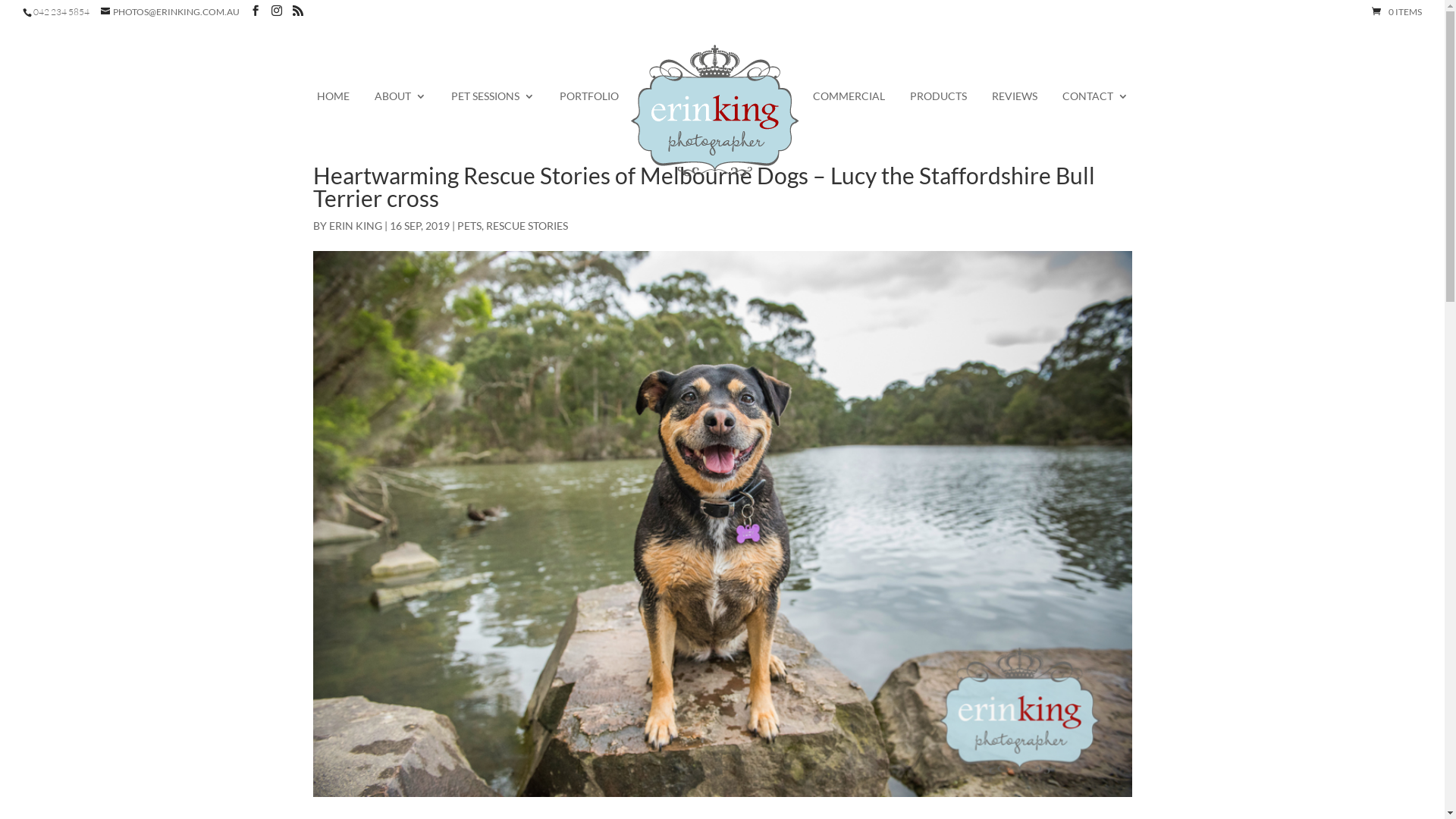 This screenshot has height=819, width=1456. I want to click on 'PET SESSIONS', so click(491, 105).